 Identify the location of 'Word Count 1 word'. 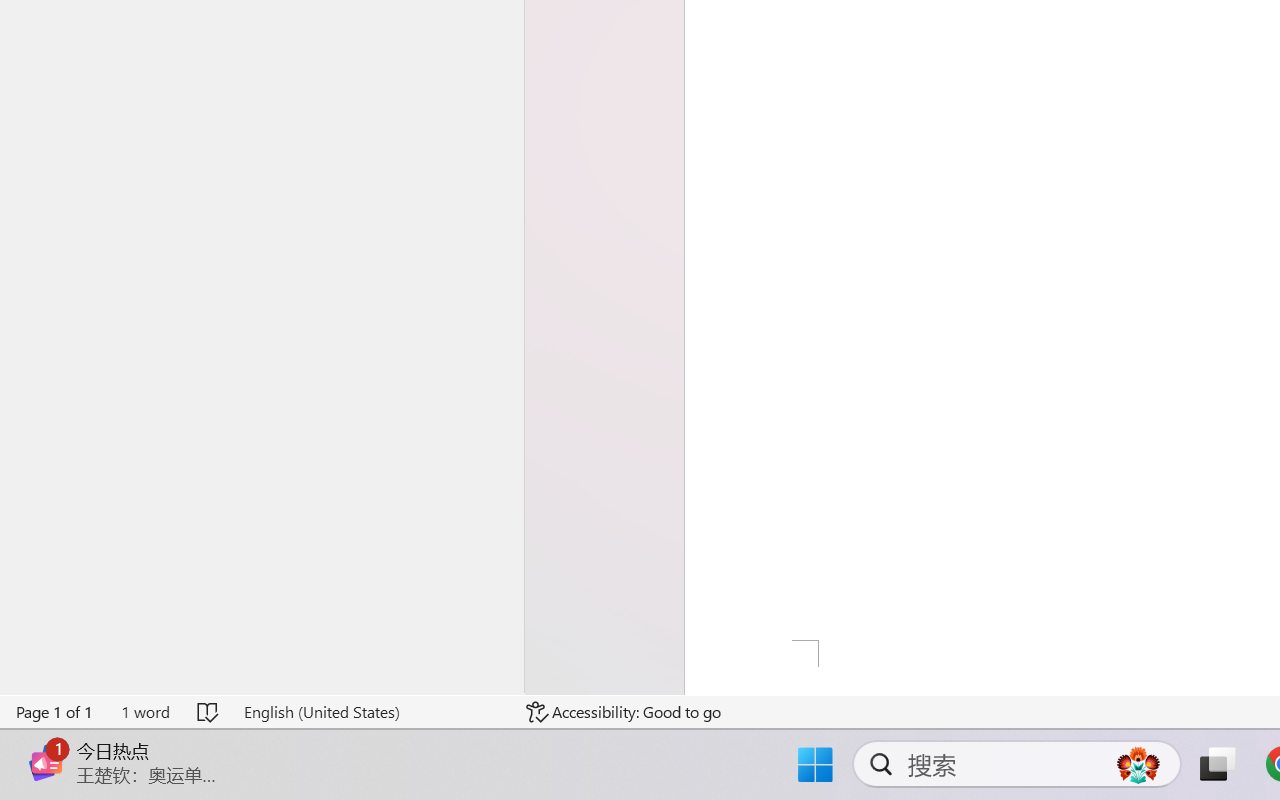
(144, 711).